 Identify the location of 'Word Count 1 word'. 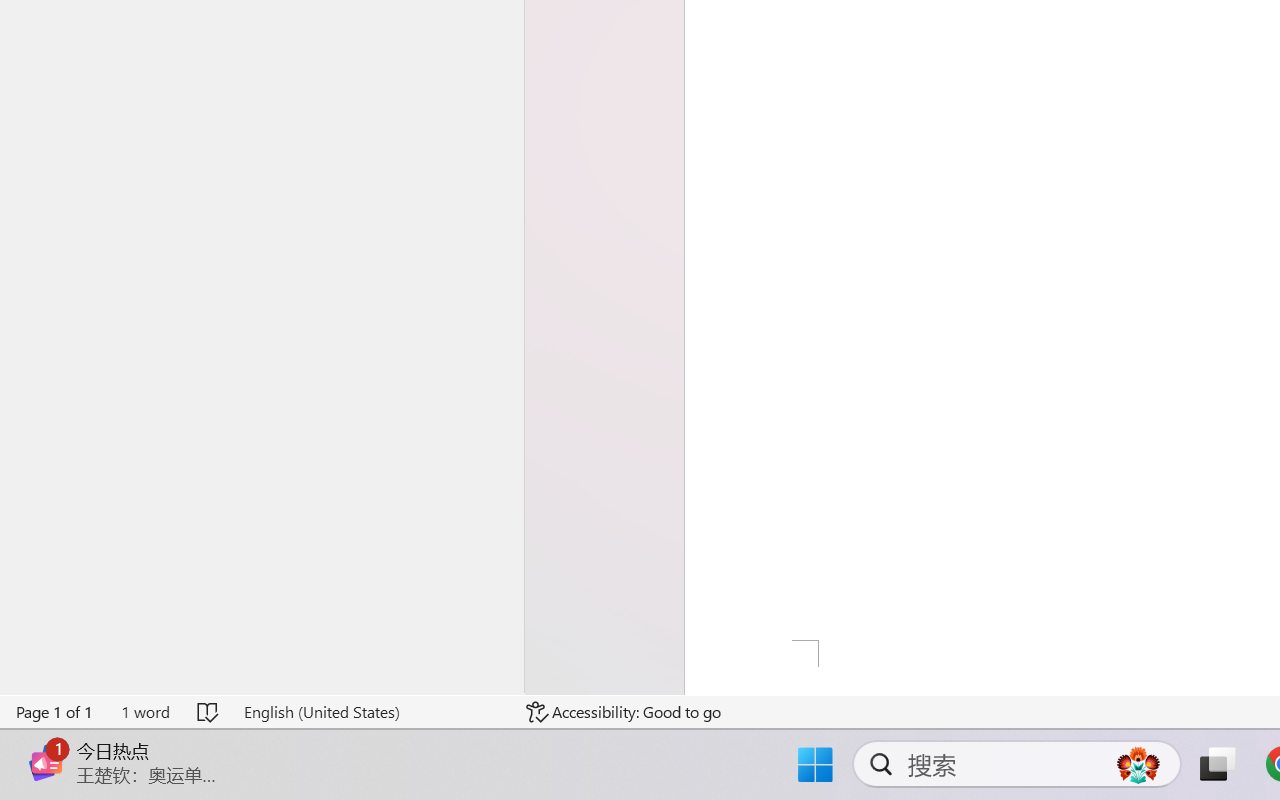
(144, 711).